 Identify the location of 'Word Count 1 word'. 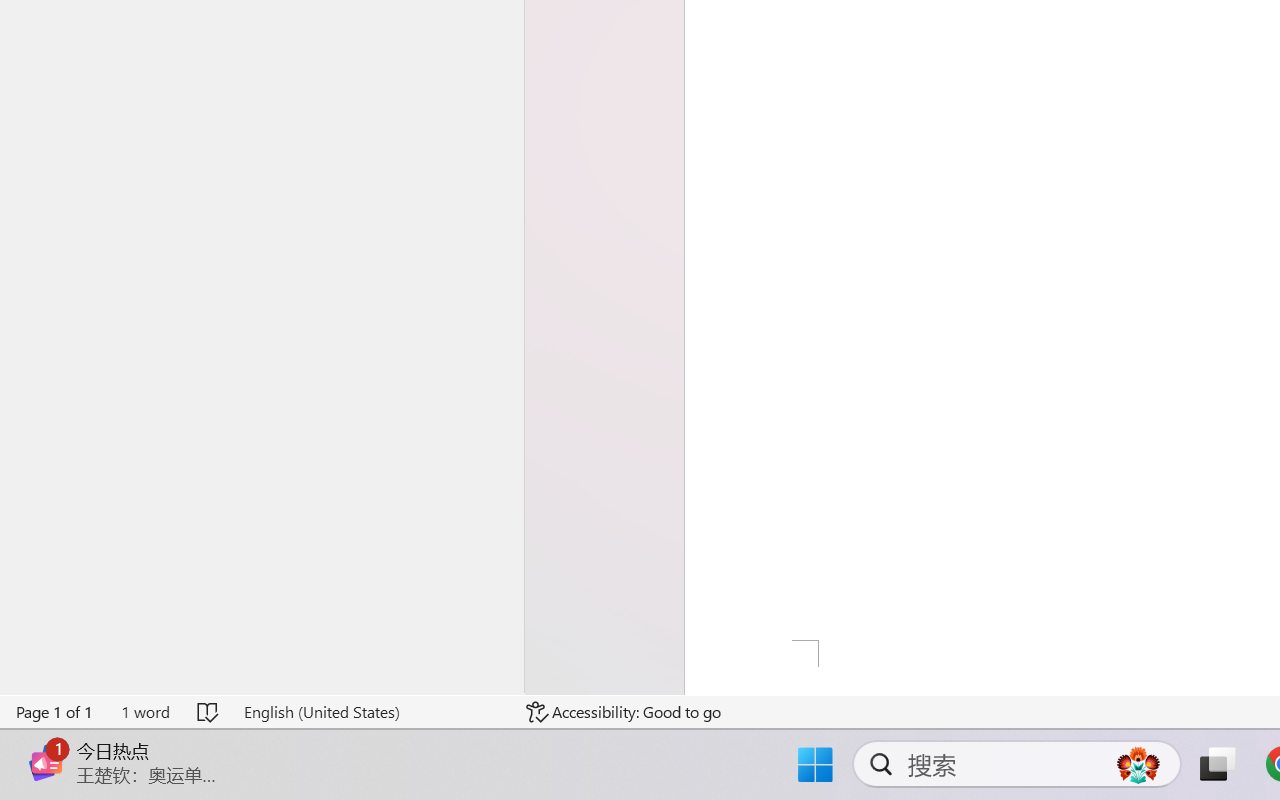
(144, 711).